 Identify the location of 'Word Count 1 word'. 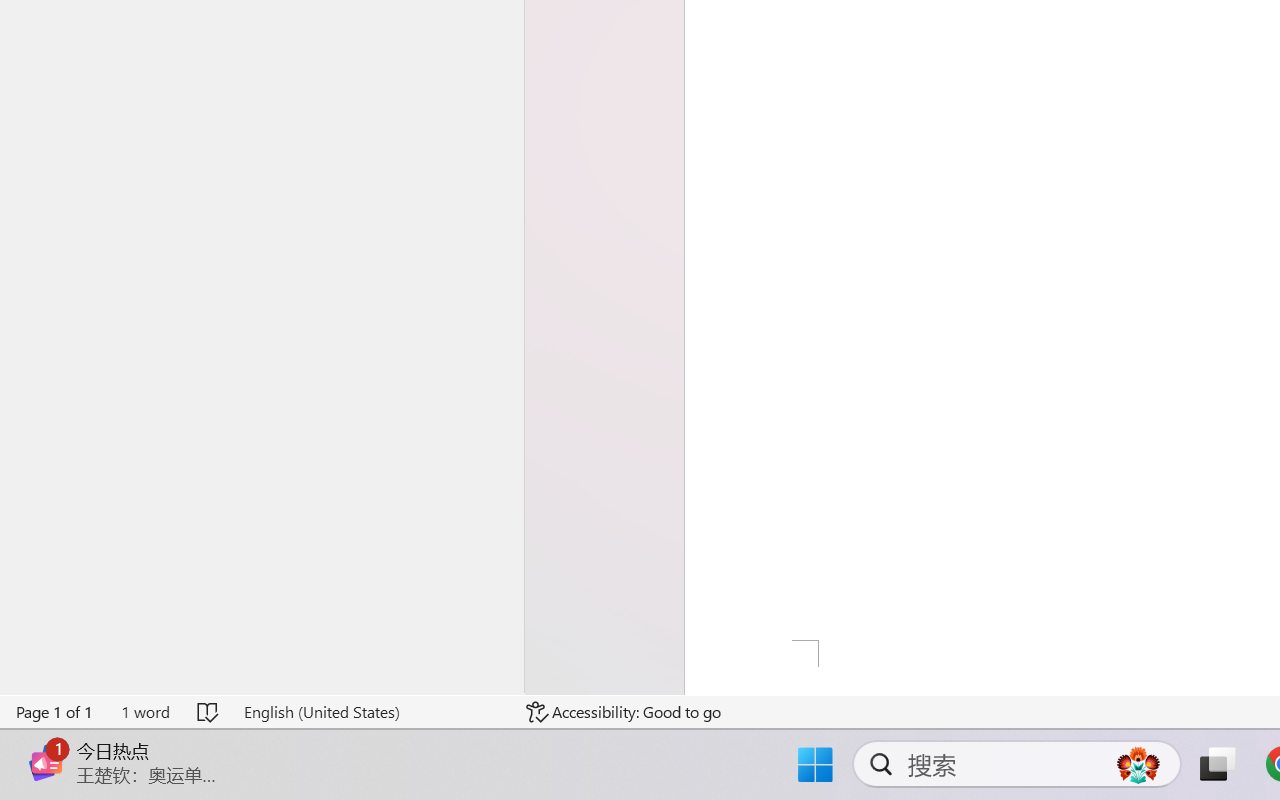
(144, 711).